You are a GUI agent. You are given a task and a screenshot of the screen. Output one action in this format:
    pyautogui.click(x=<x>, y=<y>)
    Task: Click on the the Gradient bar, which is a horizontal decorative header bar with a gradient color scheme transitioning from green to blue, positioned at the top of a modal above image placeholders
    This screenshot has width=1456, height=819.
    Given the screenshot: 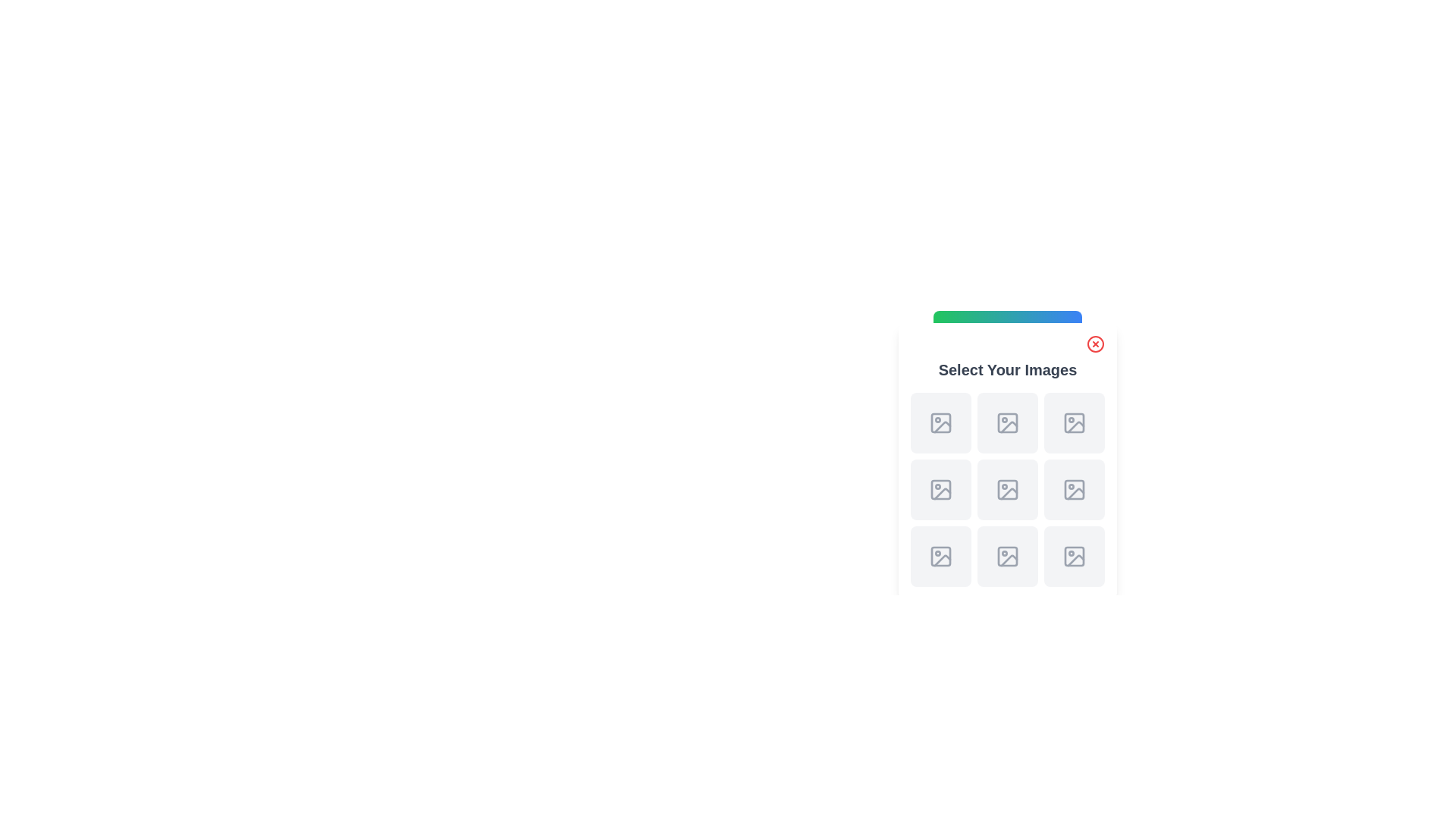 What is the action you would take?
    pyautogui.click(x=1008, y=329)
    